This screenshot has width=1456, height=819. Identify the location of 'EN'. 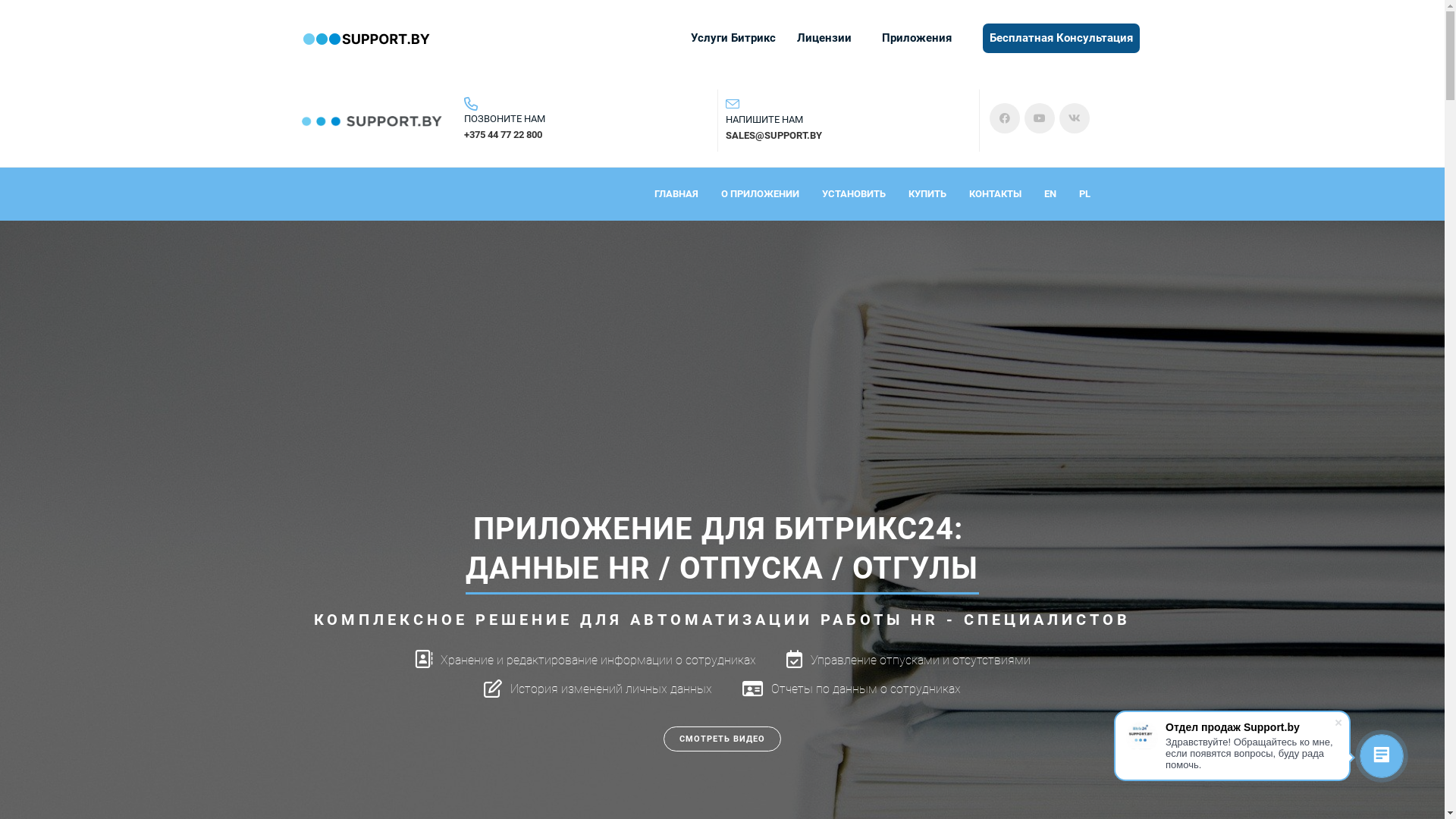
(1050, 193).